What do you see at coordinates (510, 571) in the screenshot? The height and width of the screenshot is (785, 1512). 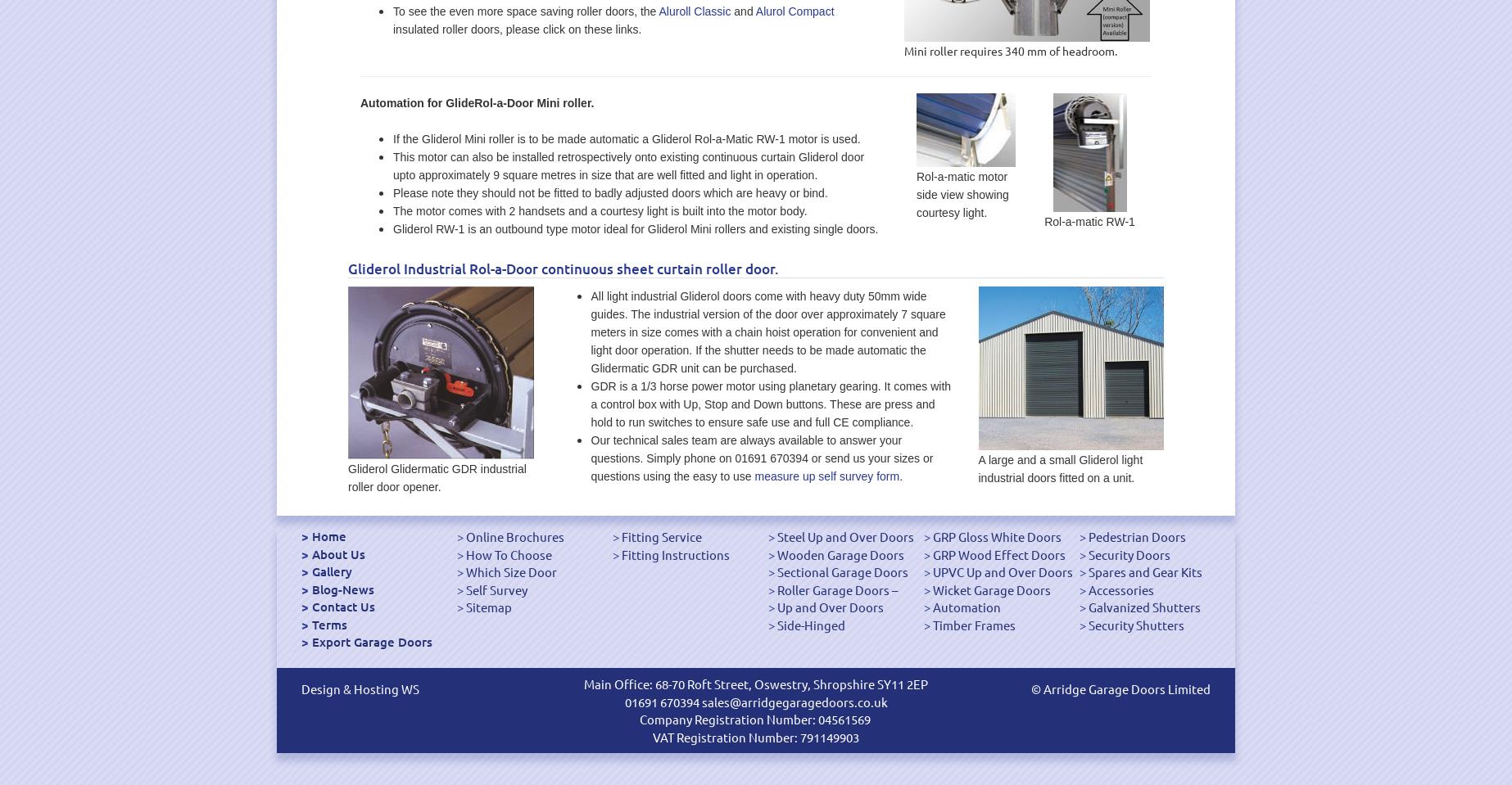 I see `'Which Size Door'` at bounding box center [510, 571].